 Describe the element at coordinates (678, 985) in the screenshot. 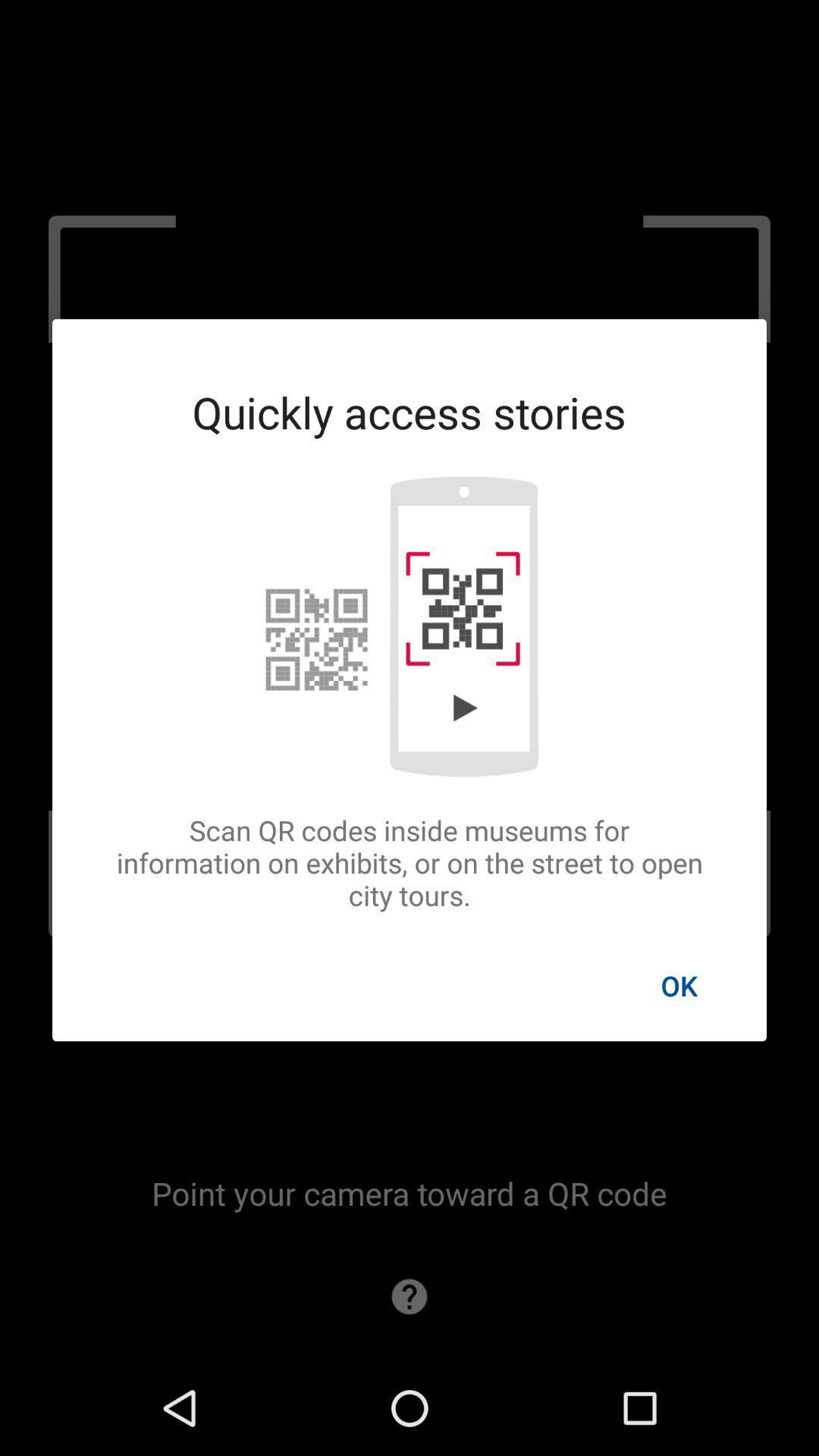

I see `button at the bottom right corner` at that location.